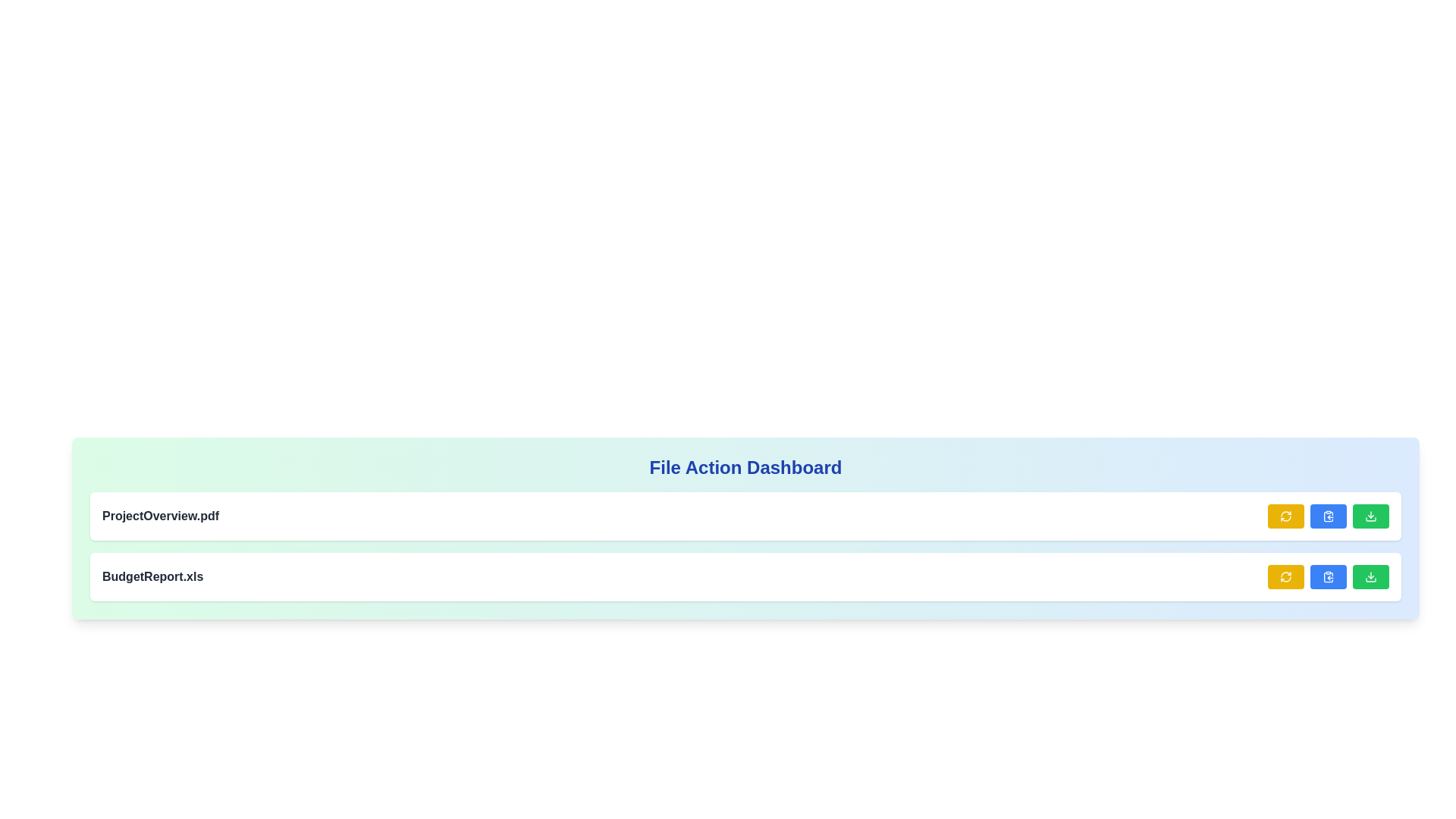  I want to click on the download SVG icon located within the green button at the far right of the second file entry row, so click(1371, 576).